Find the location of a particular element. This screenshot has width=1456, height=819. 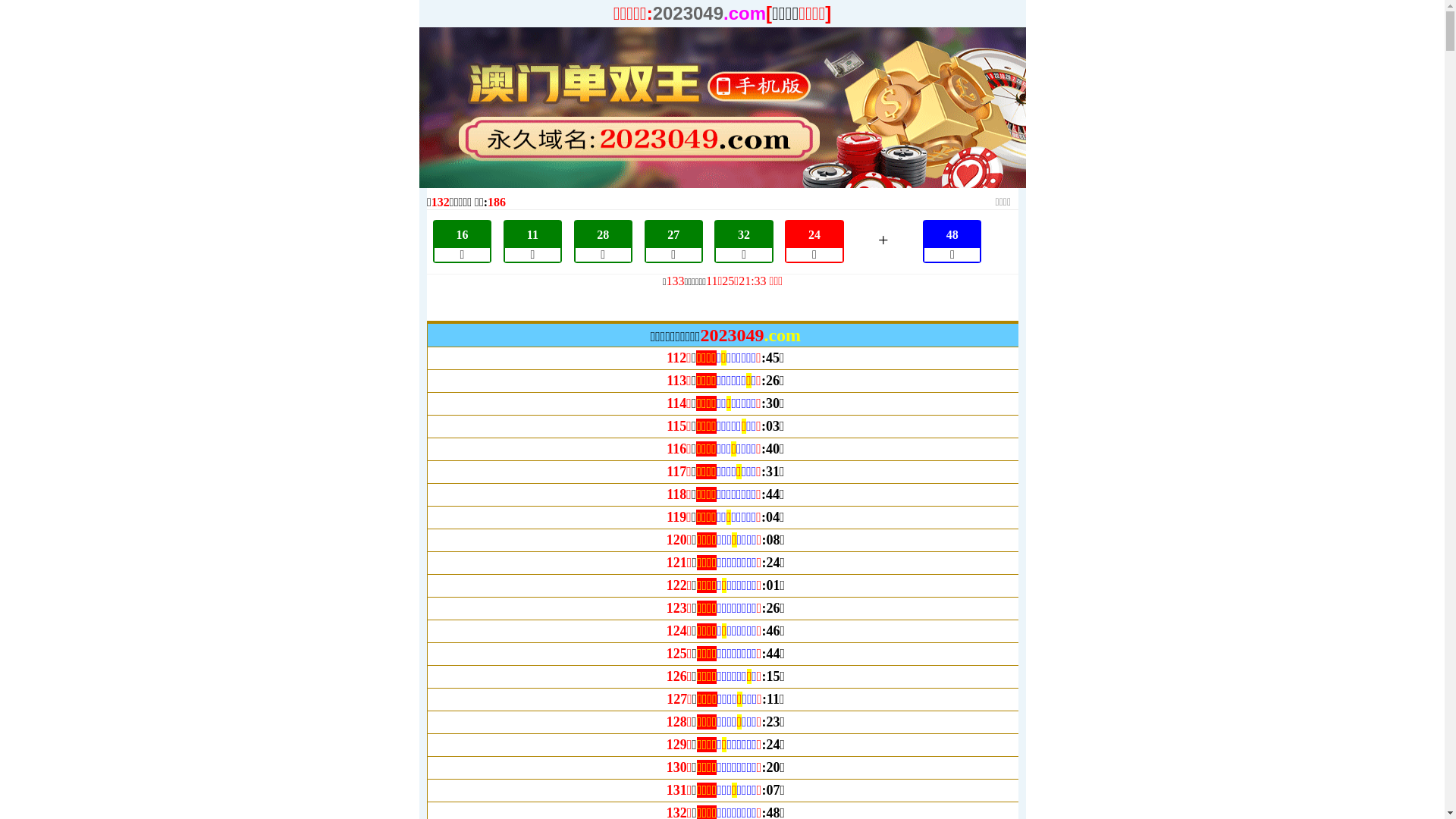

'.com[' is located at coordinates (747, 13).